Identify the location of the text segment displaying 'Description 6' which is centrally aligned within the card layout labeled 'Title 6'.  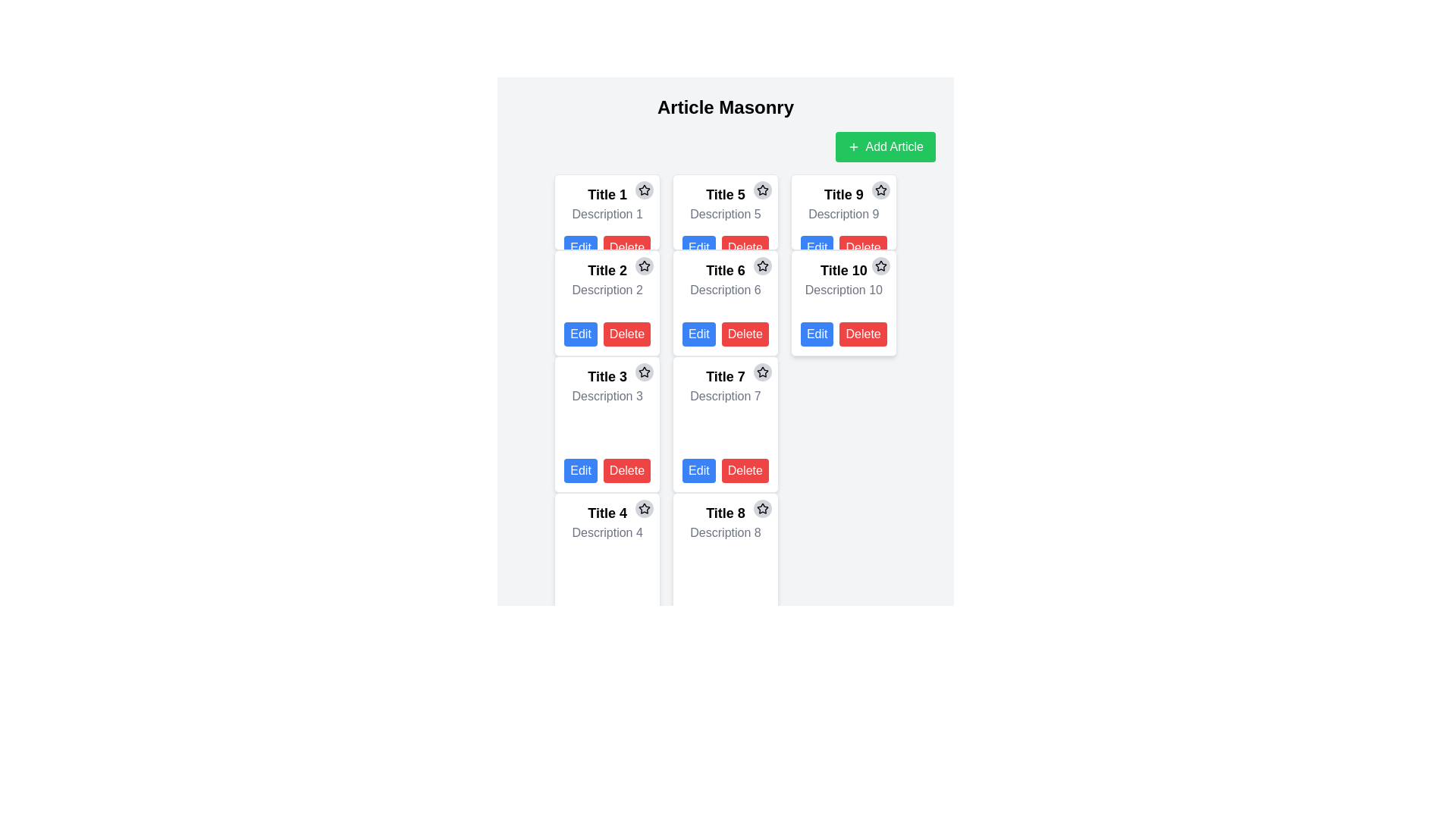
(724, 295).